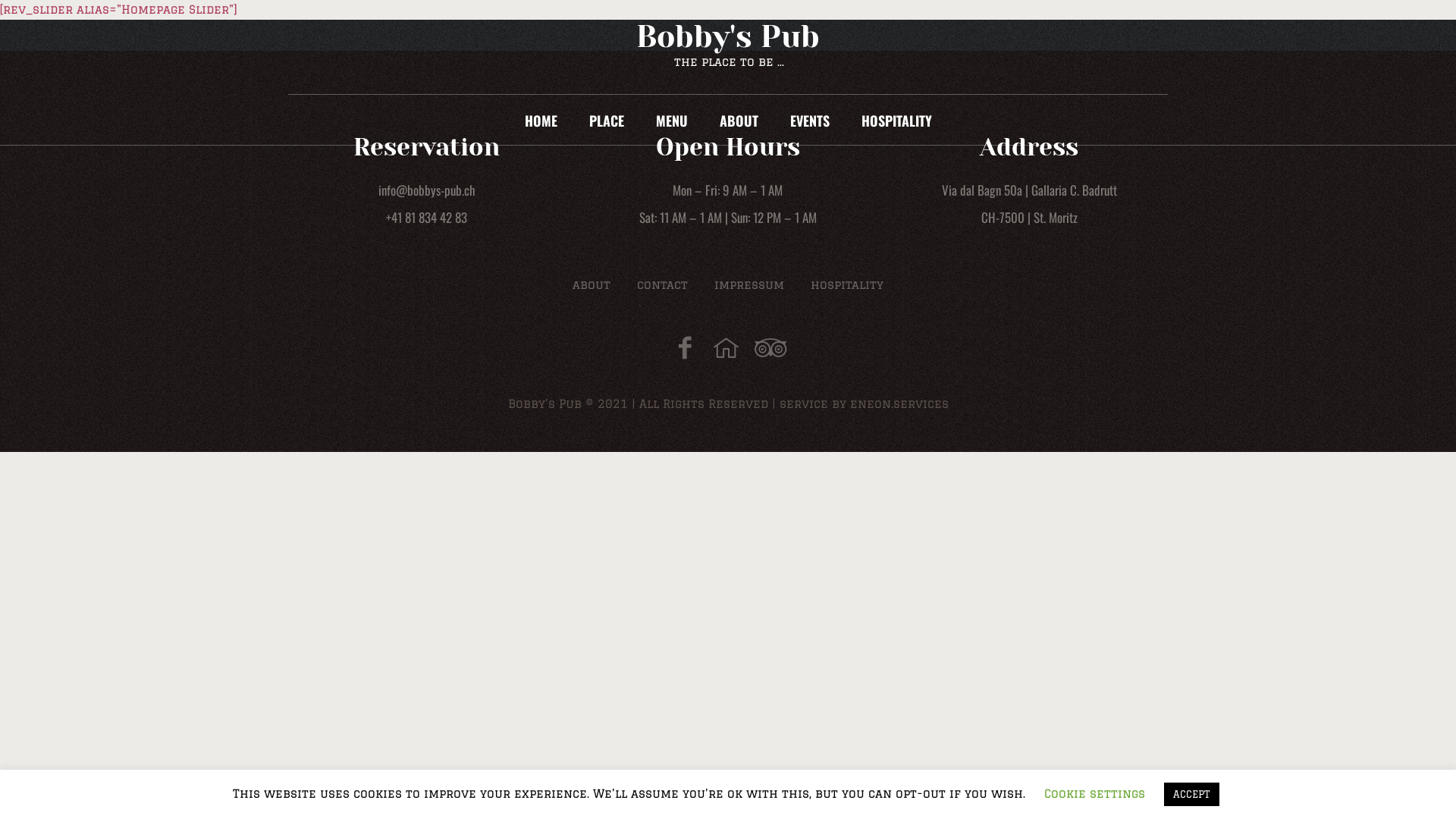 This screenshot has width=1456, height=819. What do you see at coordinates (590, 284) in the screenshot?
I see `'about'` at bounding box center [590, 284].